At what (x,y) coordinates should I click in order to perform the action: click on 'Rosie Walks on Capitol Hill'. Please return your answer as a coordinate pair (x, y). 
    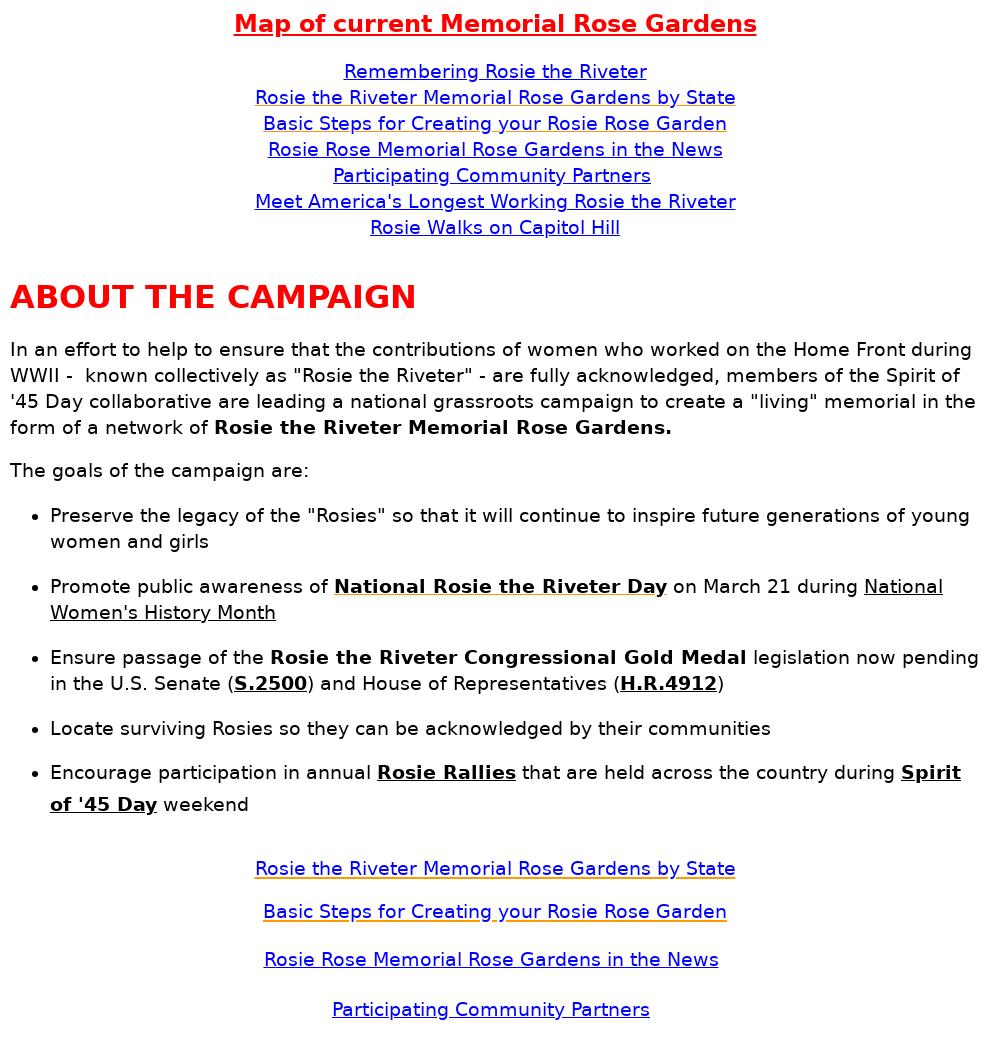
    Looking at the image, I should click on (495, 227).